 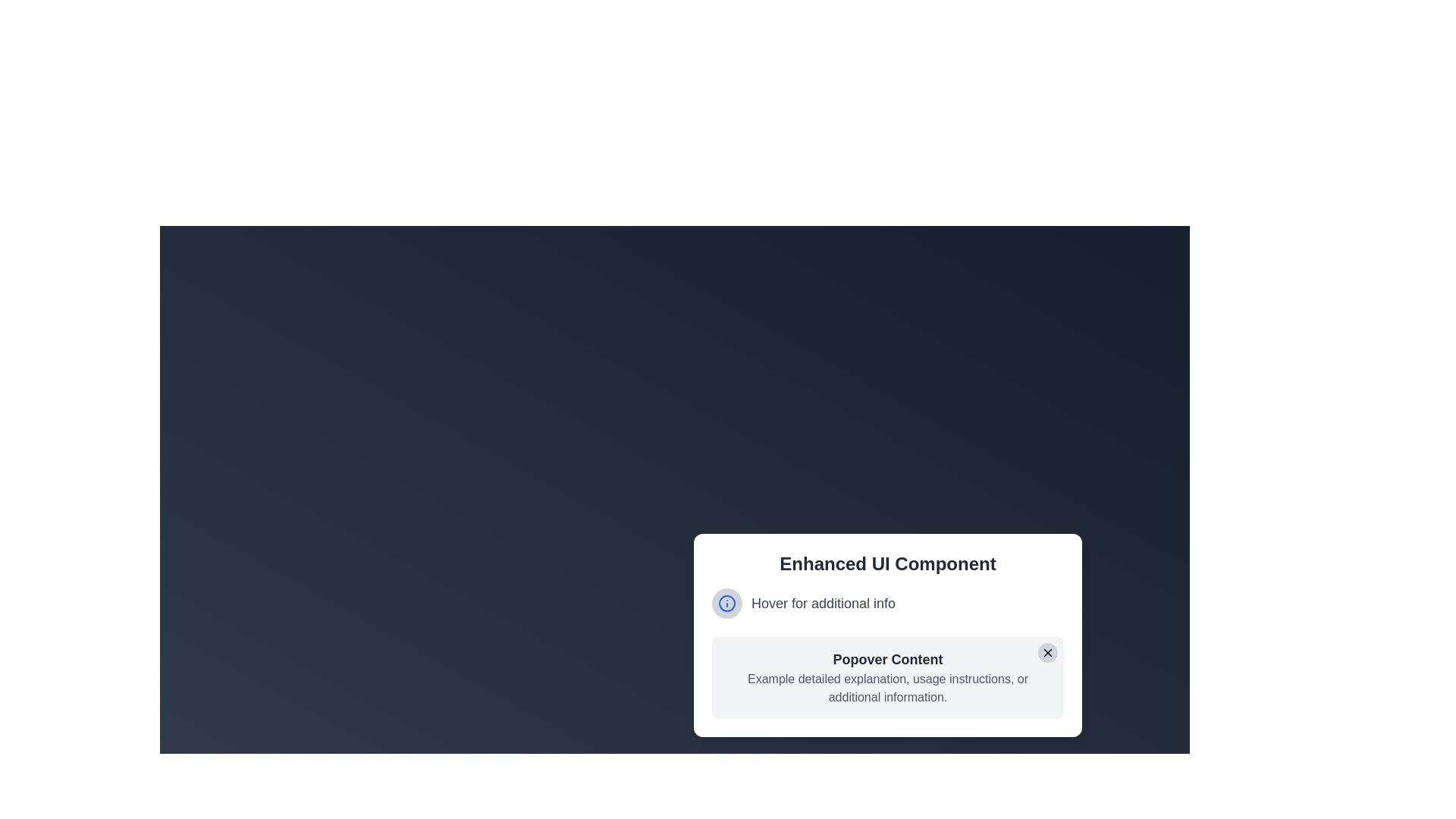 What do you see at coordinates (1047, 651) in the screenshot?
I see `the circular button with a light gray background and a dark gray 'X' icon located in the top-right corner of the popover` at bounding box center [1047, 651].